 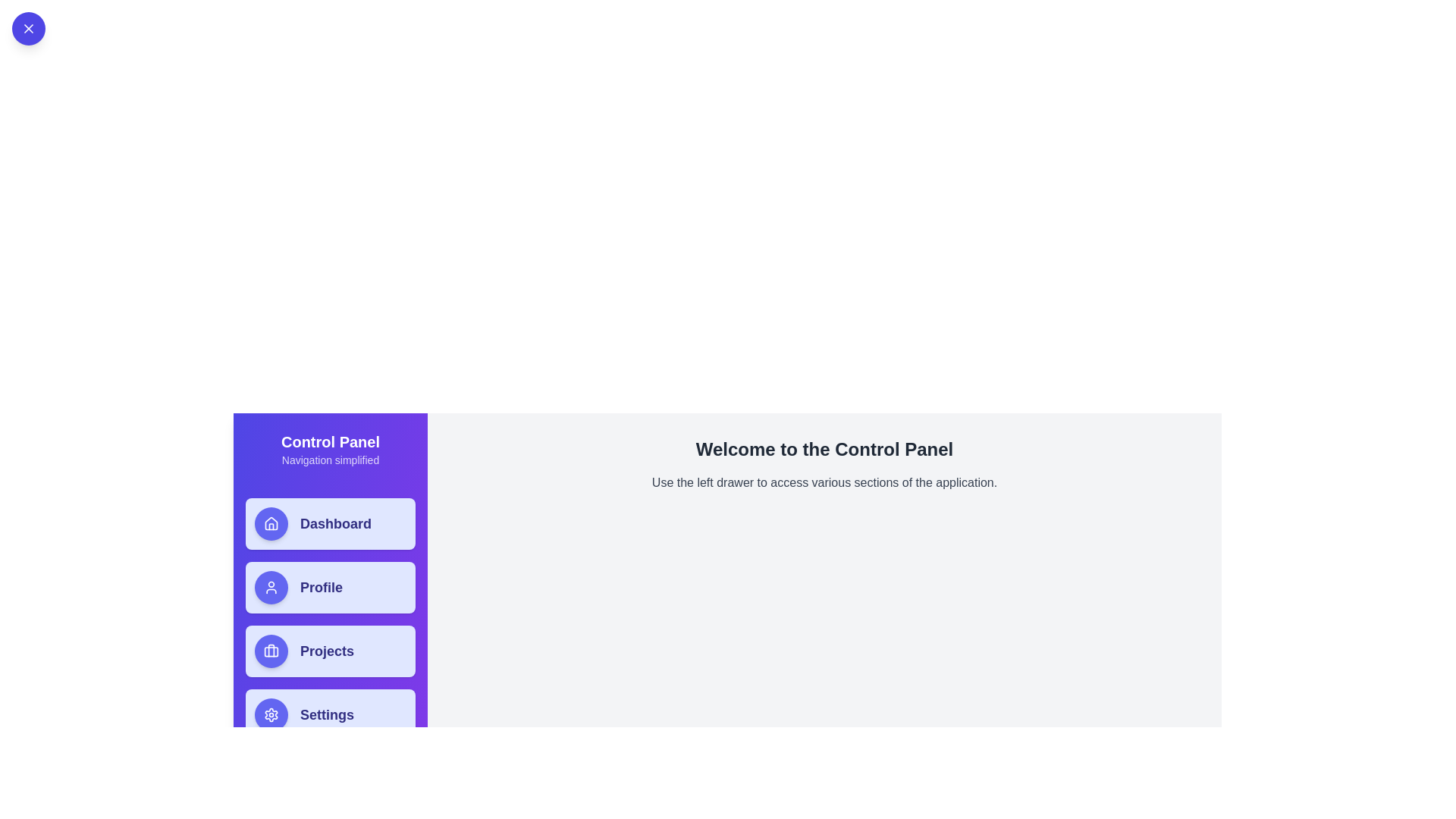 What do you see at coordinates (330, 587) in the screenshot?
I see `the drawer element labeled Profile to observe its hover effect` at bounding box center [330, 587].